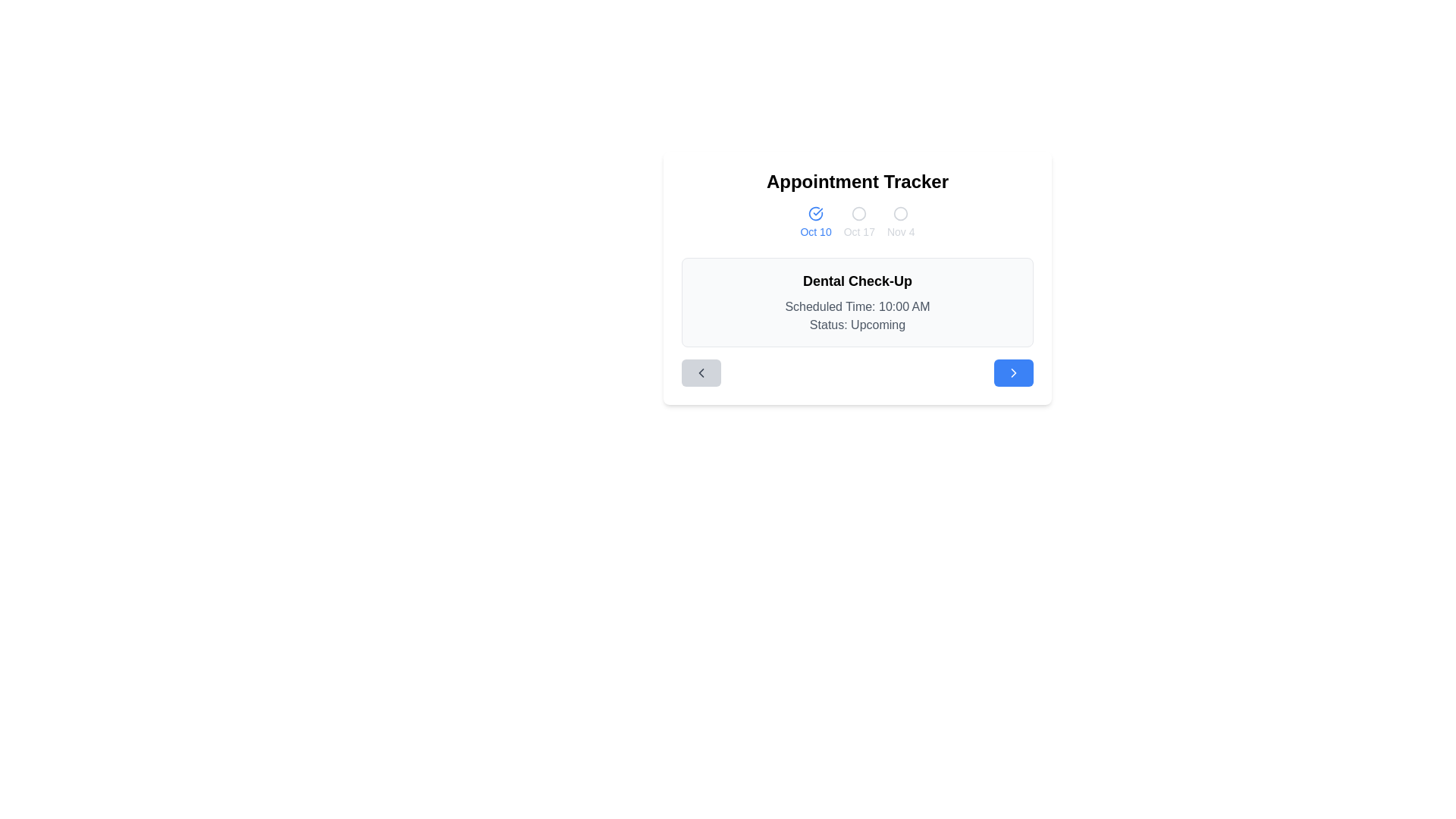 The height and width of the screenshot is (819, 1456). What do you see at coordinates (815, 222) in the screenshot?
I see `the first date indicator in the Appointment Tracker section` at bounding box center [815, 222].